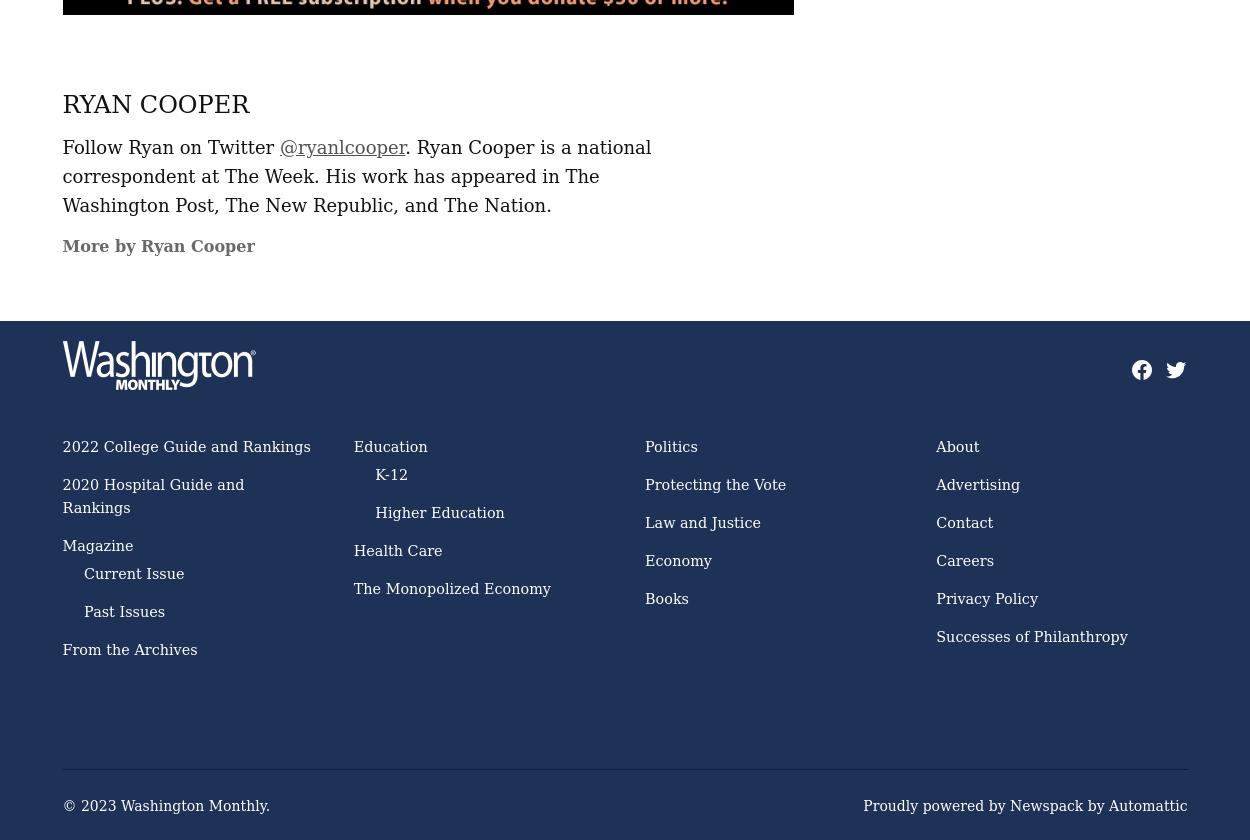 This screenshot has width=1250, height=840. I want to click on 'Magazine', so click(96, 544).